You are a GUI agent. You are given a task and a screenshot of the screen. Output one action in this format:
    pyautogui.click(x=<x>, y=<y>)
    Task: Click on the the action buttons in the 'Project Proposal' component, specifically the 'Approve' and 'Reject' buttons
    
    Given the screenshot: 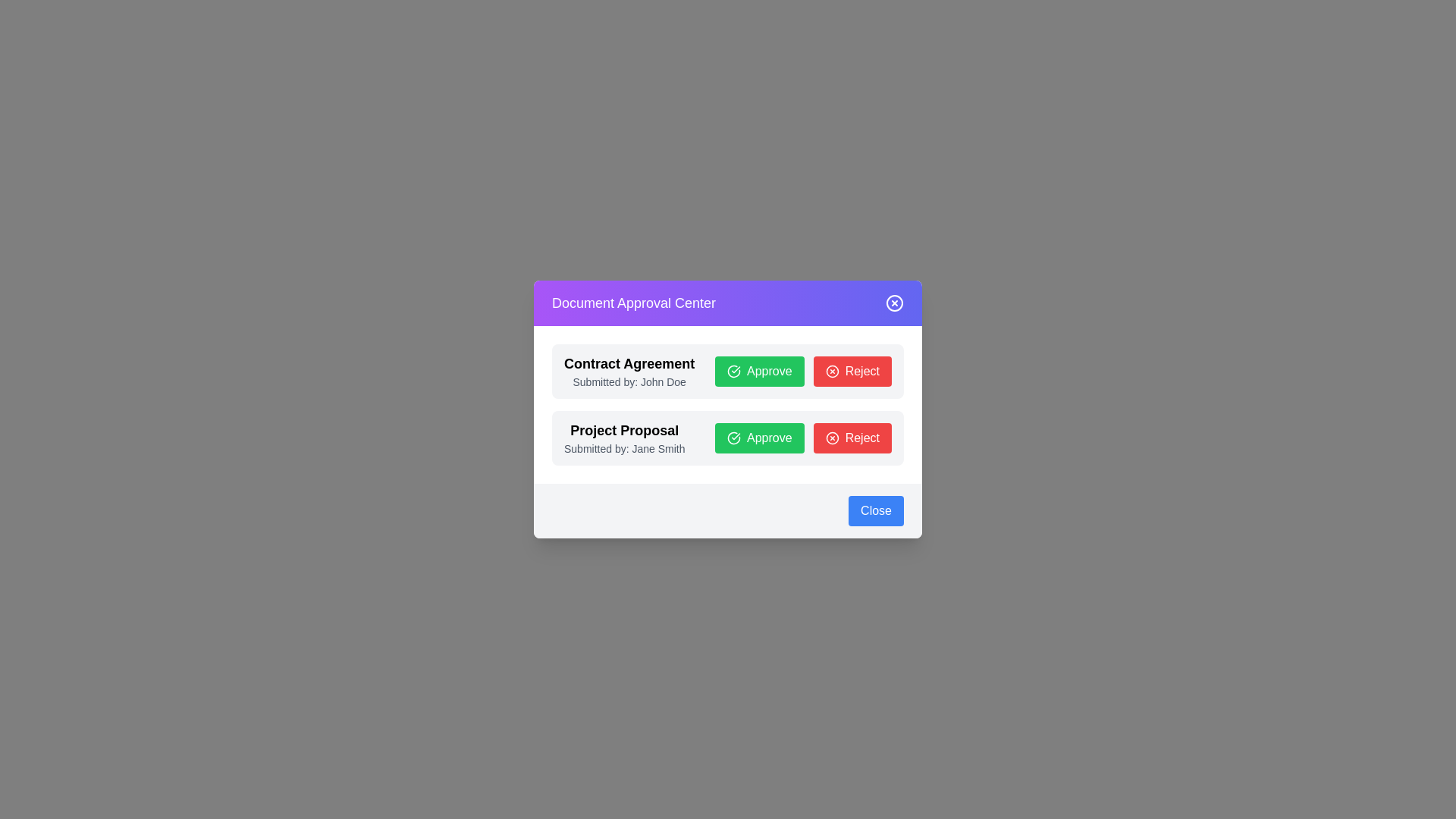 What is the action you would take?
    pyautogui.click(x=728, y=438)
    